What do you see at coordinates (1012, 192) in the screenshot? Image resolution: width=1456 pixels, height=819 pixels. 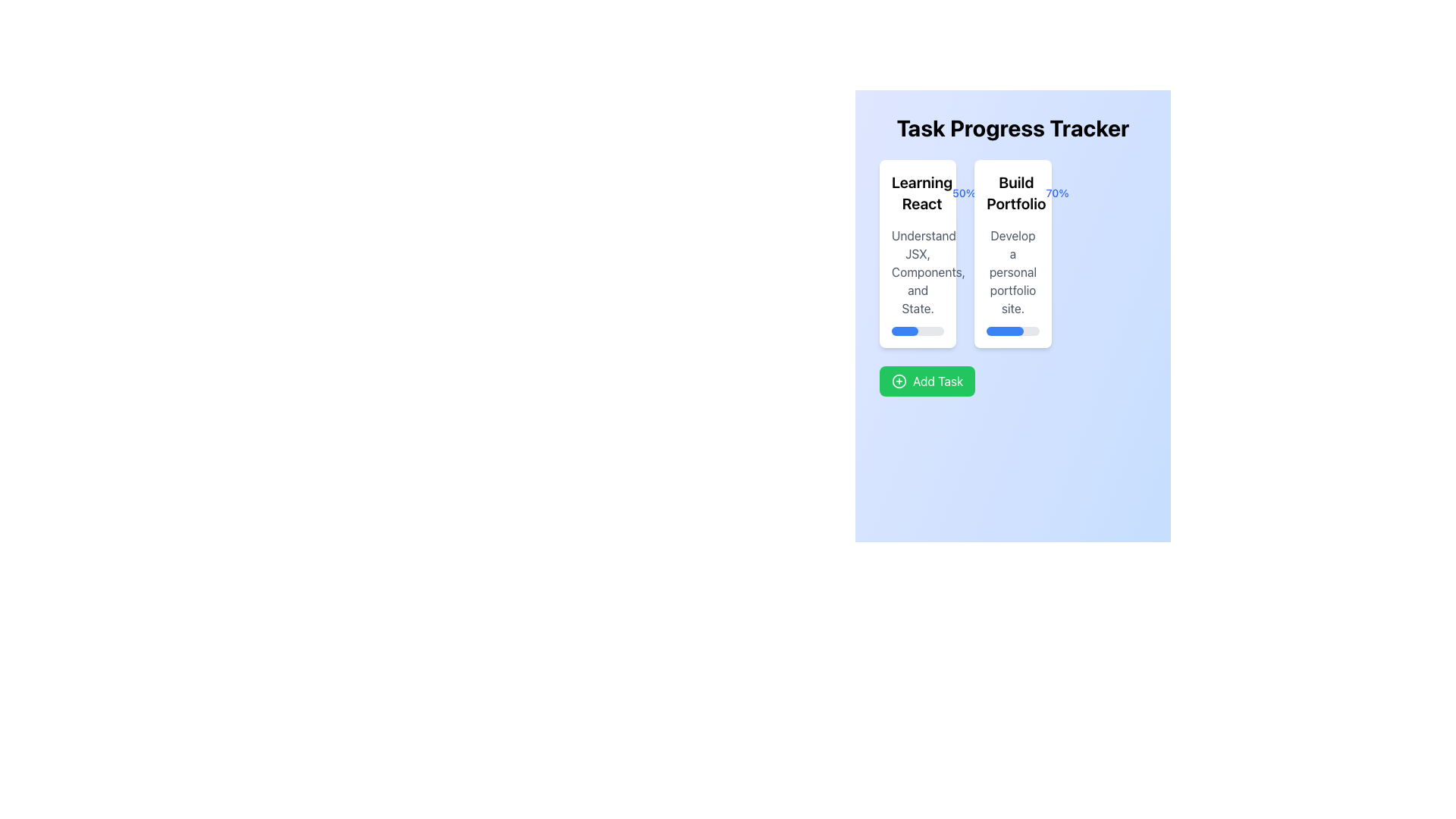 I see `the text label that displays 'Build' in bold and 'Portfolio' in regular font, which is positioned above a progress bar and below a subtitle in the middle column of the layout` at bounding box center [1012, 192].